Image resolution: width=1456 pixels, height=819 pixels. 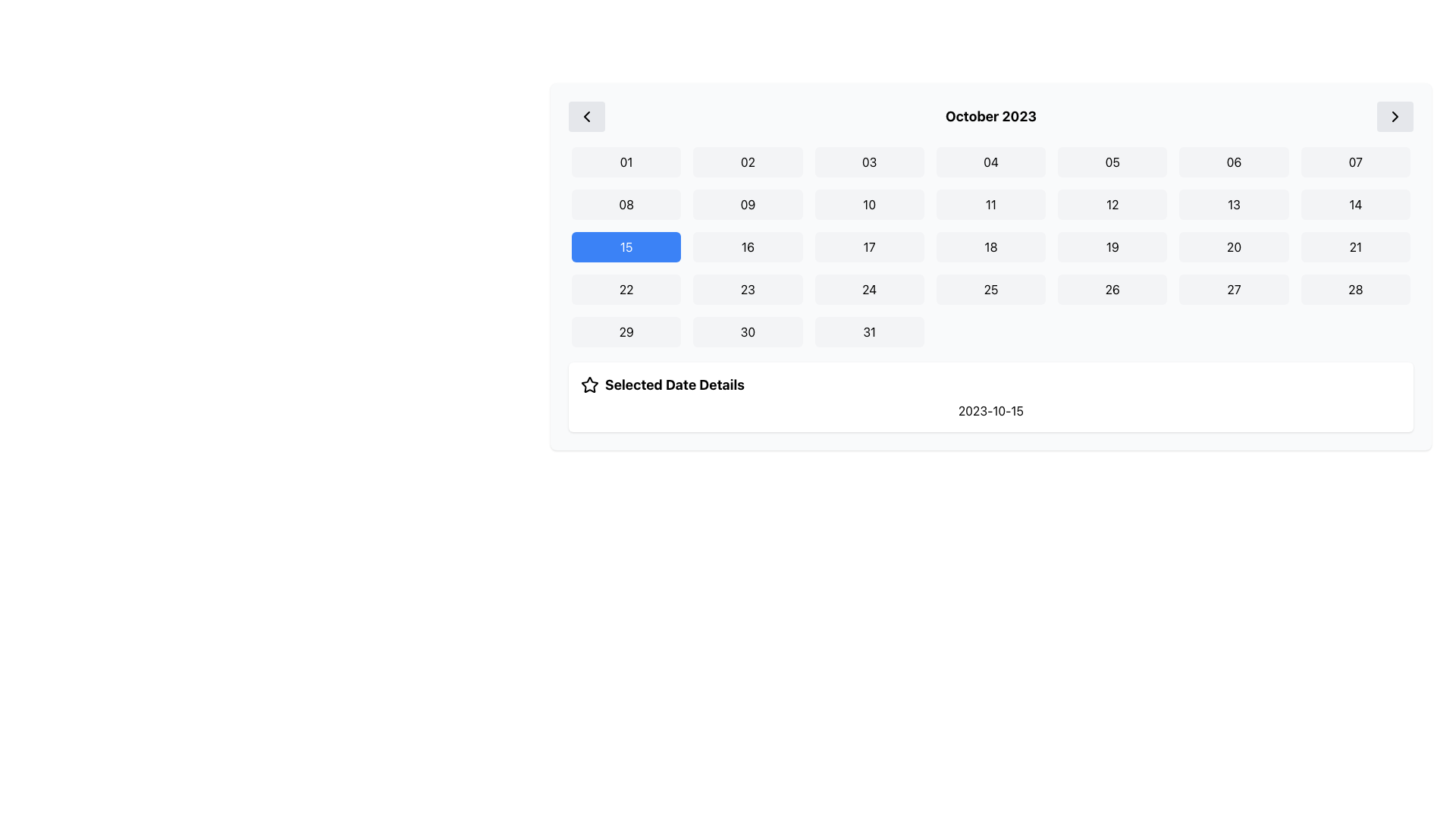 I want to click on the rightmost button in the header section, which has a light gray background and a right-pointing chevron icon, to observe any visual feedback, so click(x=1395, y=116).